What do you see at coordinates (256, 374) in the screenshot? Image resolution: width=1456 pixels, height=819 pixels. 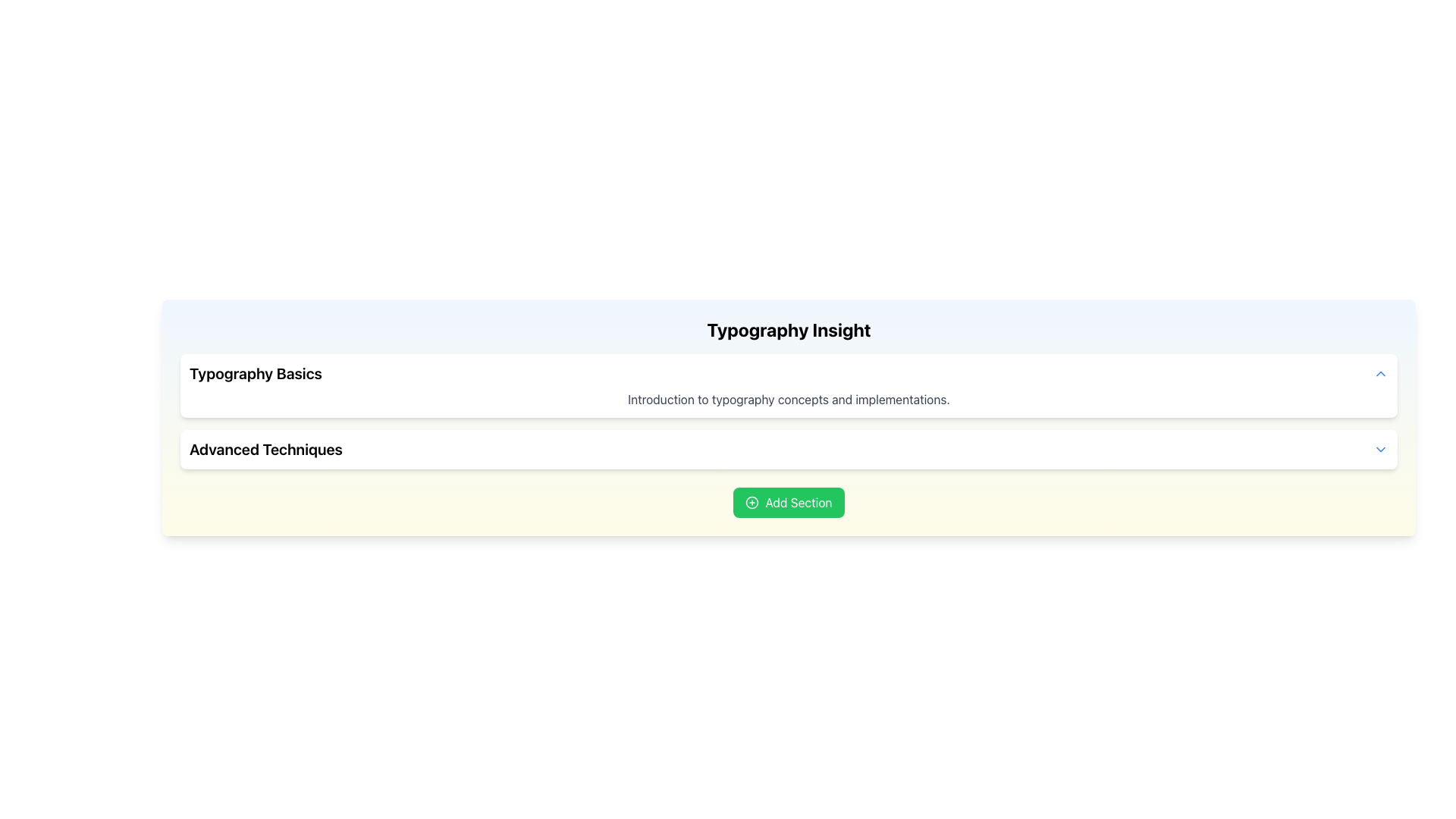 I see `the text label that serves as a section title for 'Typography Basics', located at the top of the visible content and aligned to the left side` at bounding box center [256, 374].